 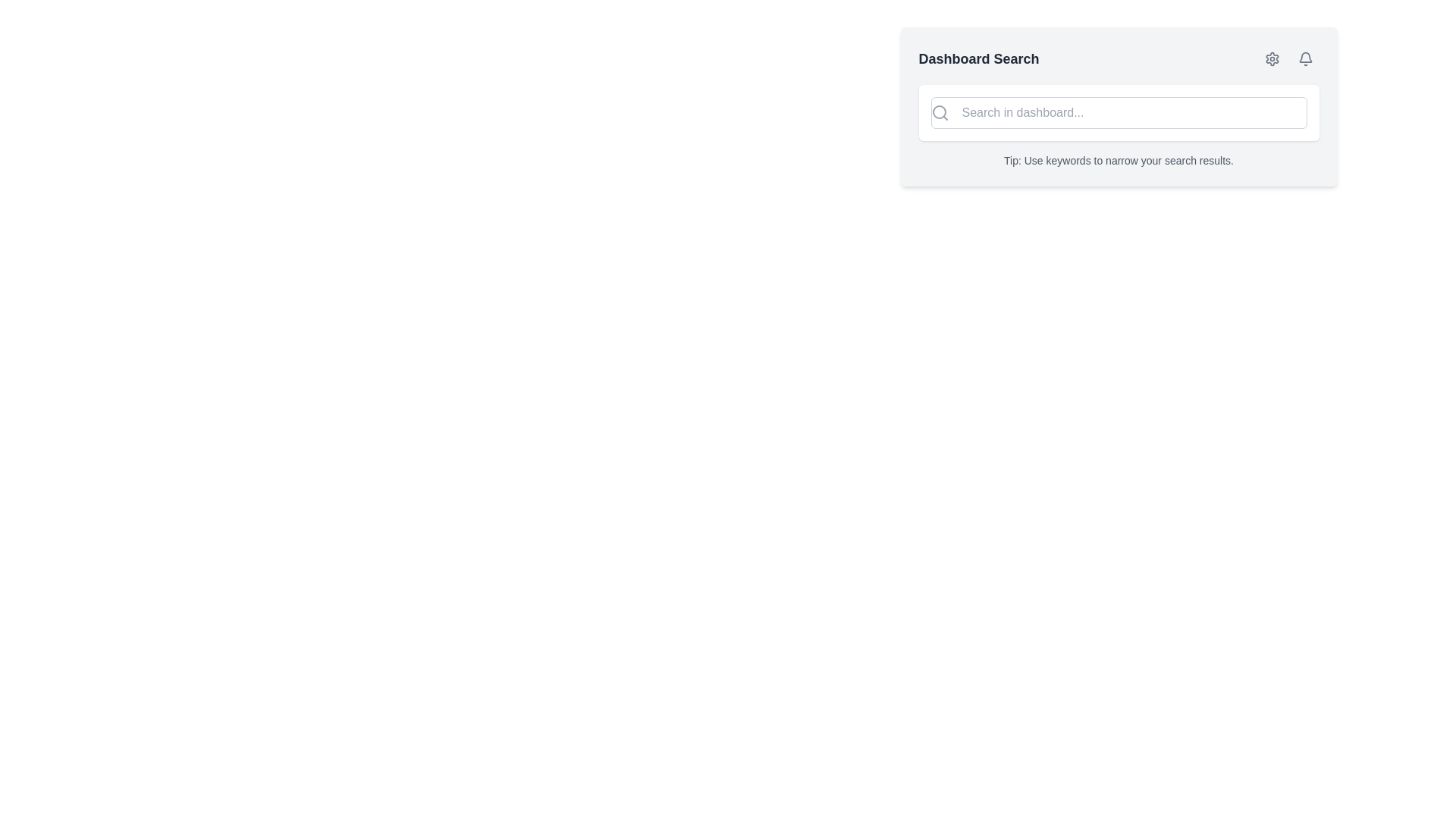 I want to click on the search icon, which is a circular frame with a magnifying glass, located inside the search bar aligned to the left of the placeholder text 'Search in dashboard...', so click(x=939, y=112).